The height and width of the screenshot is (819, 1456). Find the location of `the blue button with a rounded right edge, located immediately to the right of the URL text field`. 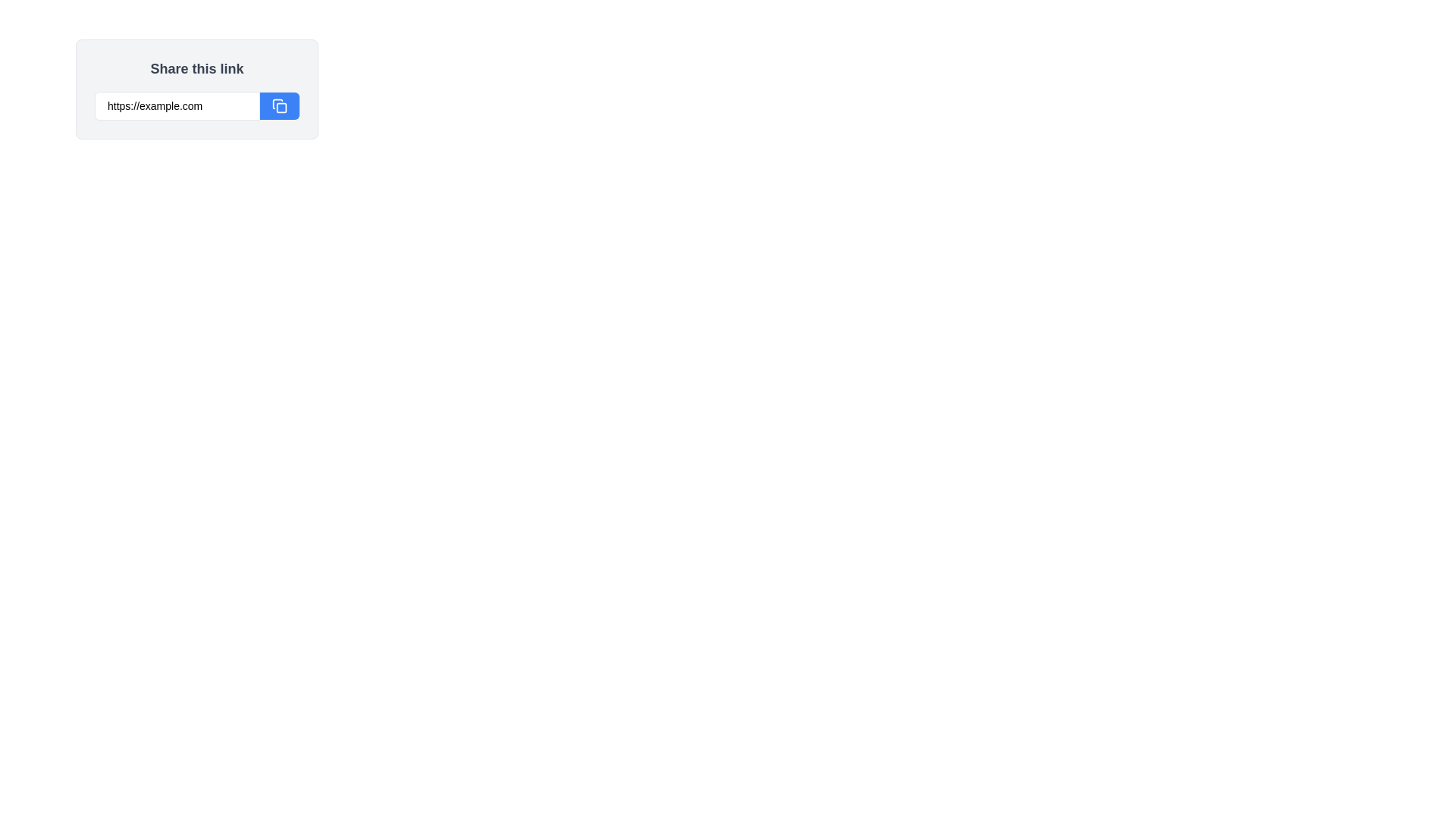

the blue button with a rounded right edge, located immediately to the right of the URL text field is located at coordinates (280, 105).